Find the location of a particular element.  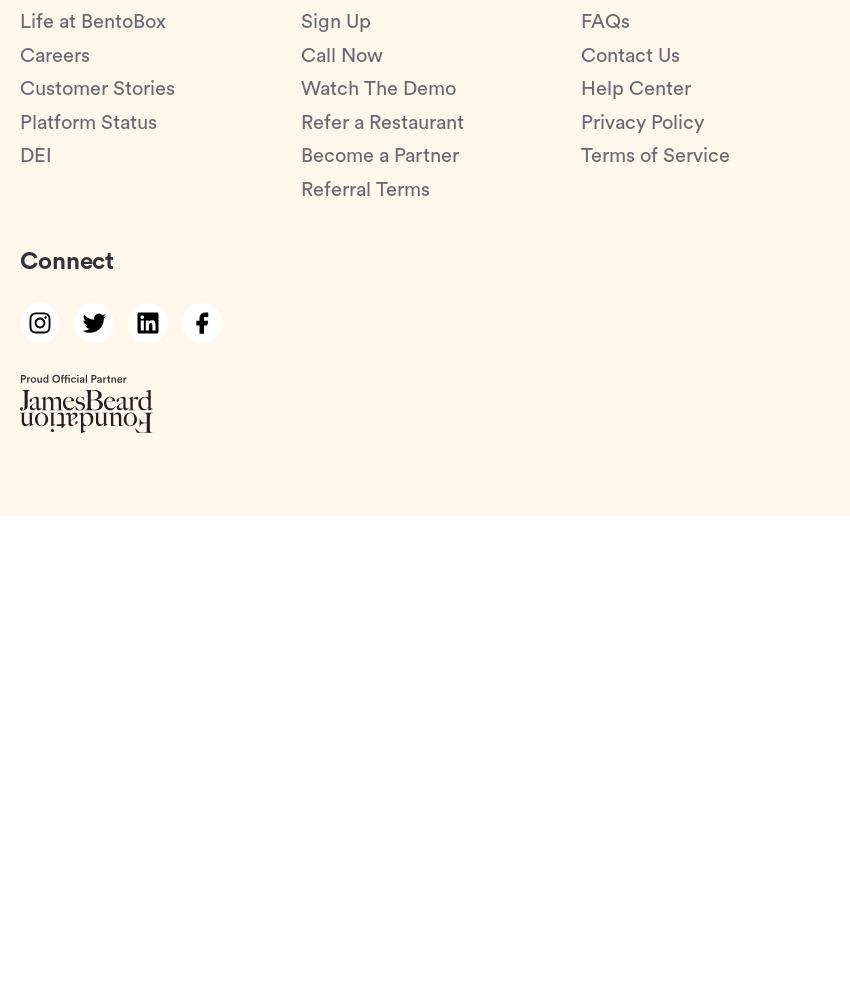

'Terms of Service' is located at coordinates (655, 155).